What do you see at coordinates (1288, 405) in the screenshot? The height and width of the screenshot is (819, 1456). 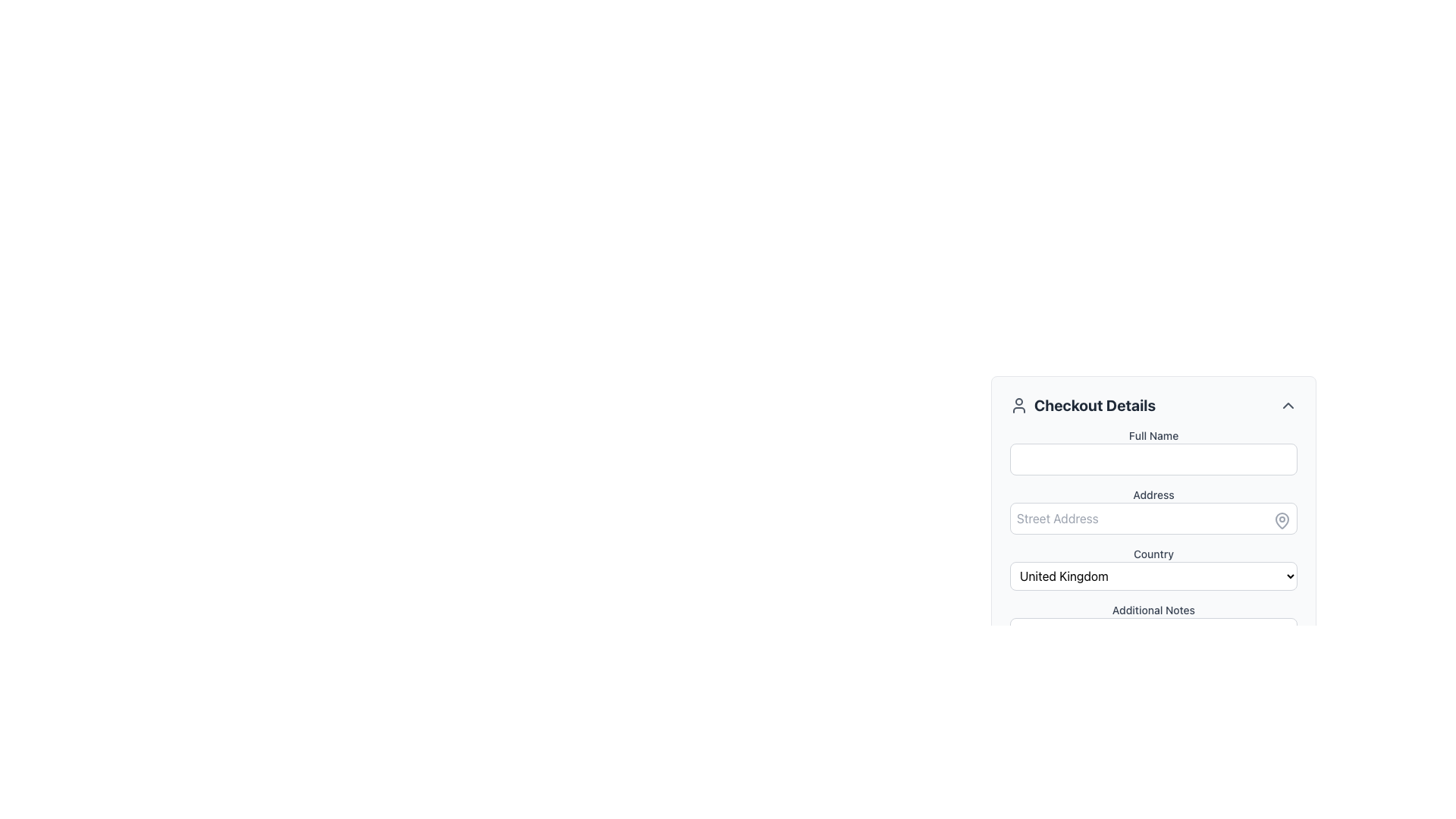 I see `the small triangular-shaped icon pointing upwards located to the far right of the 'Checkout Details' header` at bounding box center [1288, 405].